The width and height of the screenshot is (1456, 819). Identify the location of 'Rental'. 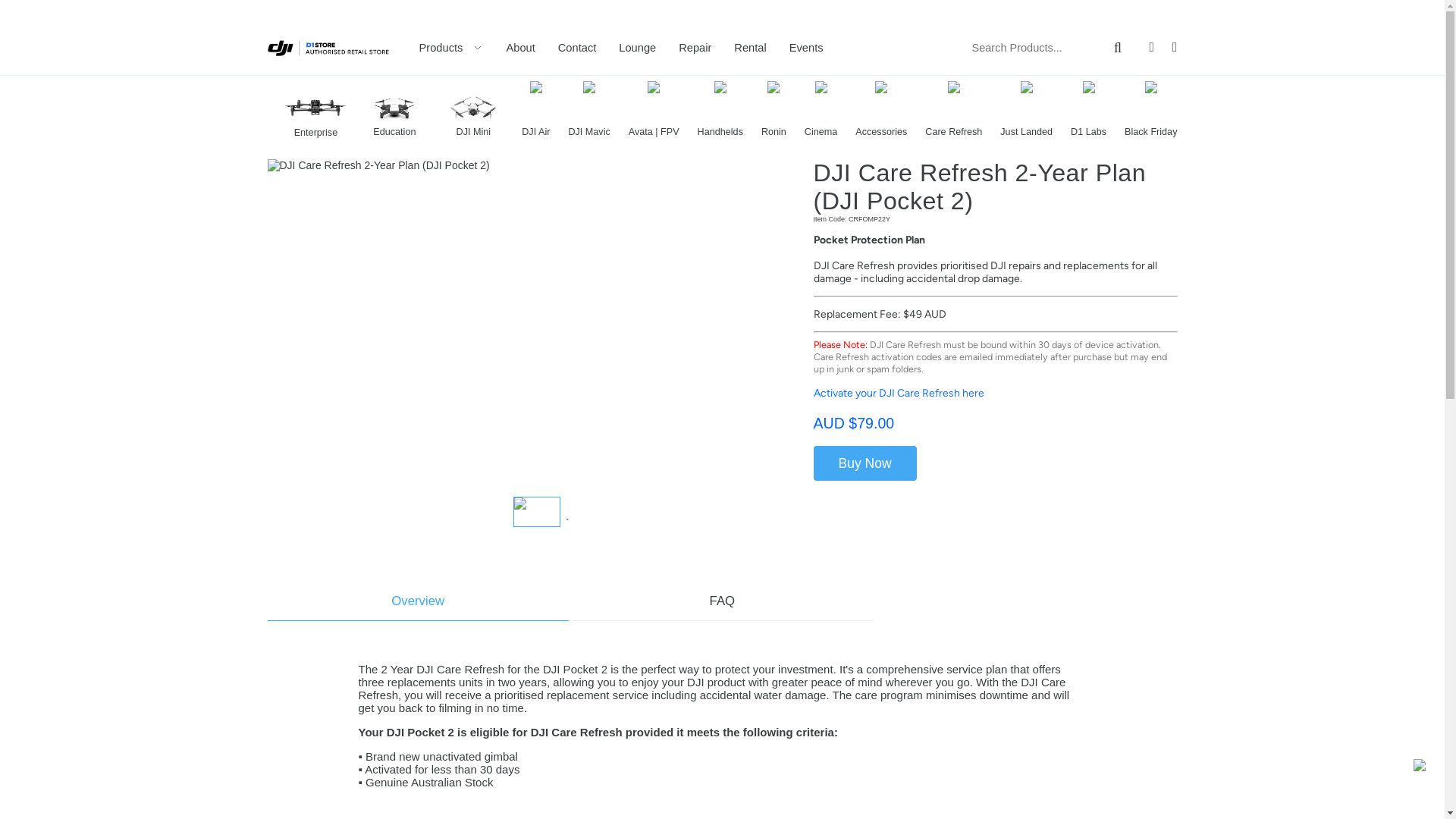
(749, 46).